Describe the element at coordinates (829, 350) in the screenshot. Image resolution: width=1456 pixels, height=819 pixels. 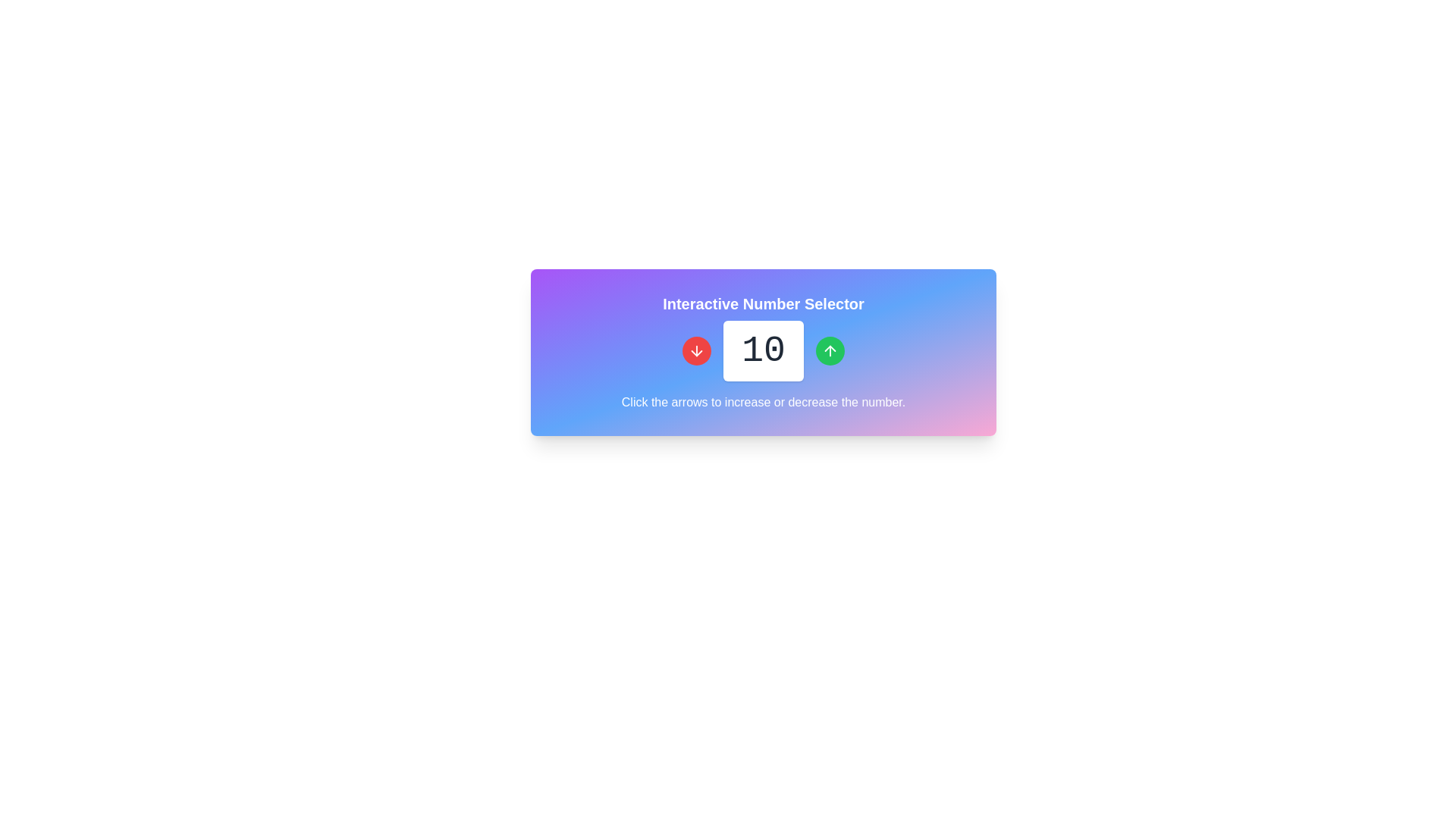
I see `the green increment button located to the right of the numeric display to increase the displayed value` at that location.